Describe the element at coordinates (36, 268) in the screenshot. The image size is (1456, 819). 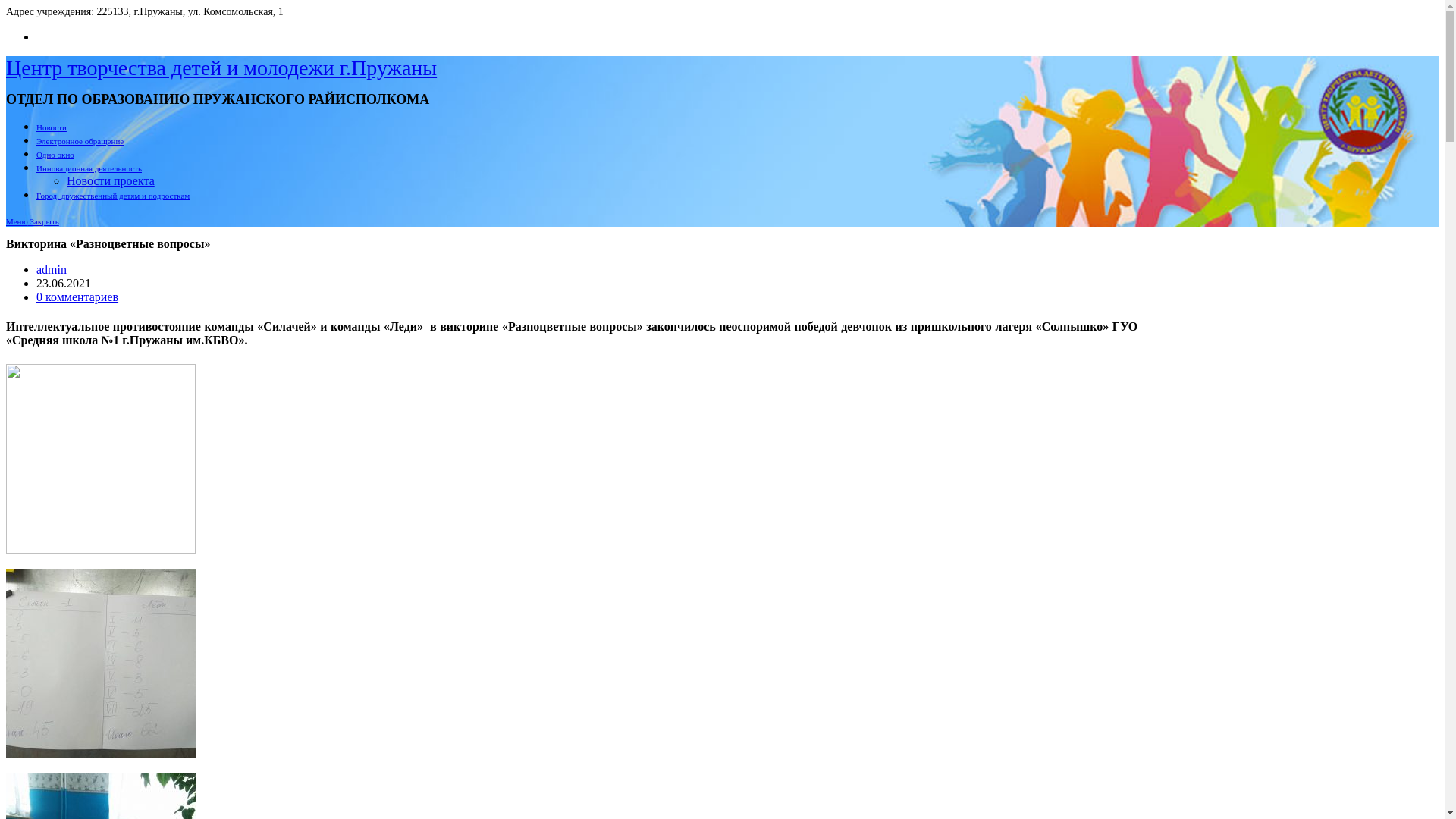
I see `'admin'` at that location.